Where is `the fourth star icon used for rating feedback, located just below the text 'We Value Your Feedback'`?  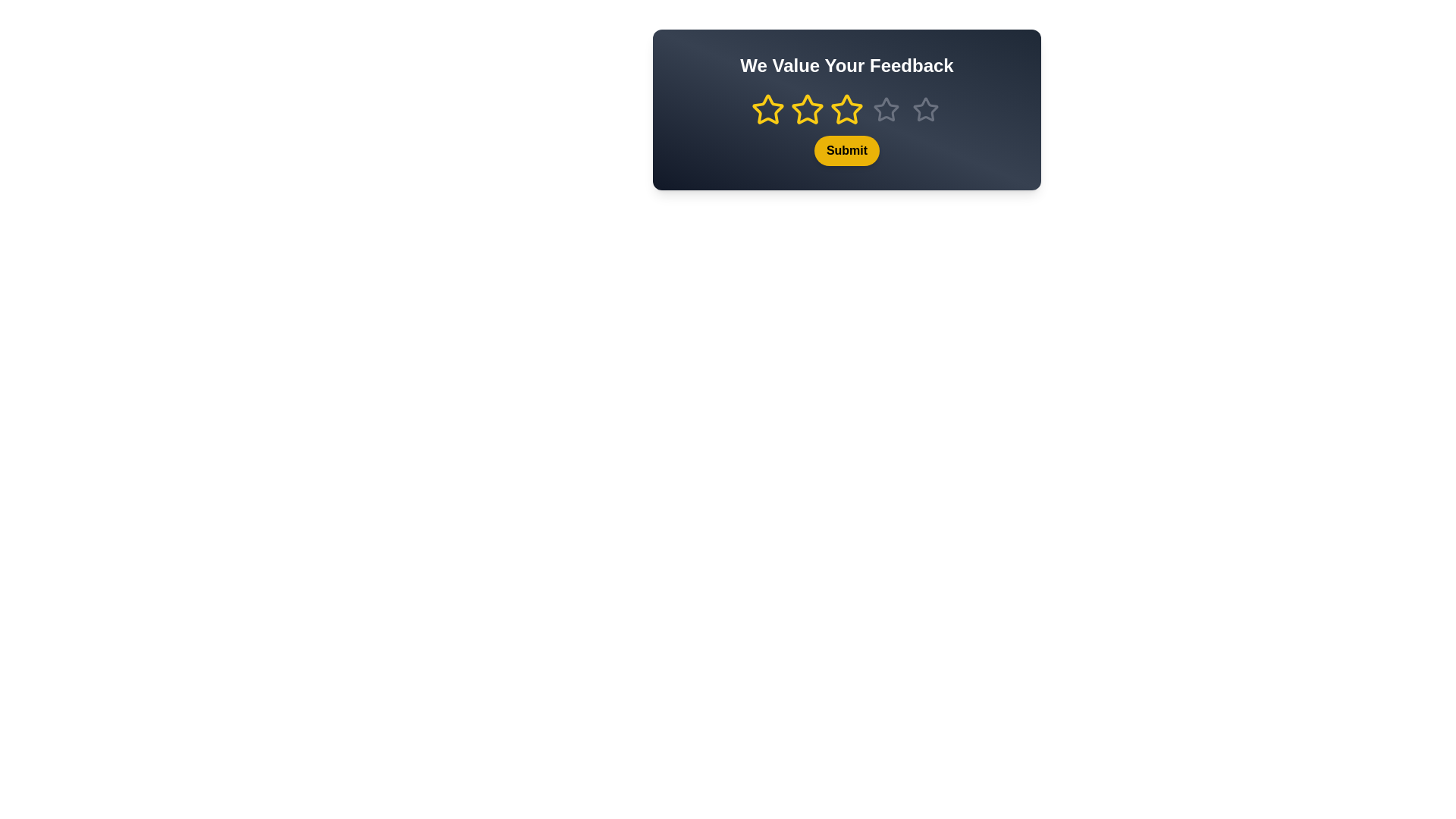
the fourth star icon used for rating feedback, located just below the text 'We Value Your Feedback' is located at coordinates (886, 109).